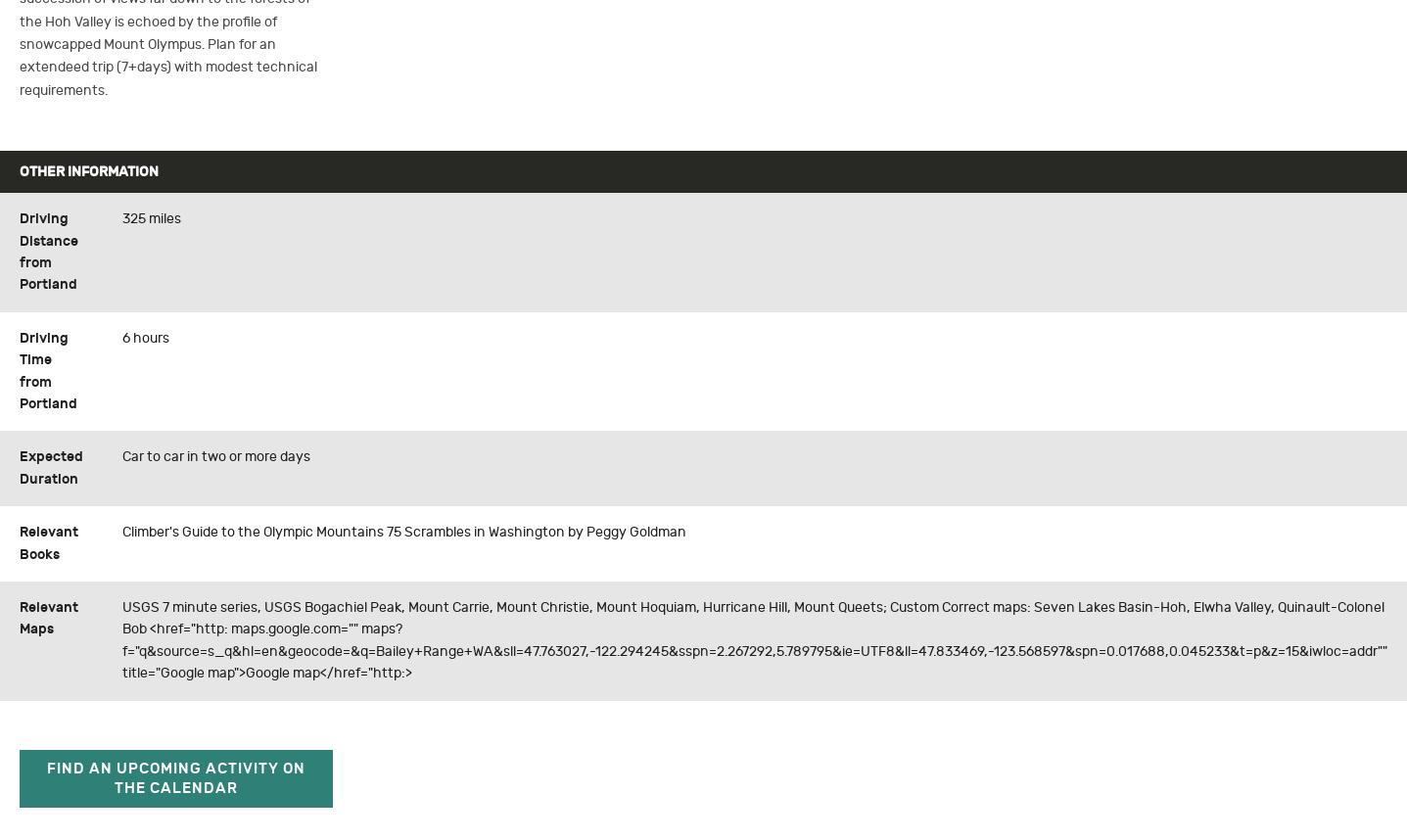  What do you see at coordinates (215, 456) in the screenshot?
I see `'Car to car in two or more days'` at bounding box center [215, 456].